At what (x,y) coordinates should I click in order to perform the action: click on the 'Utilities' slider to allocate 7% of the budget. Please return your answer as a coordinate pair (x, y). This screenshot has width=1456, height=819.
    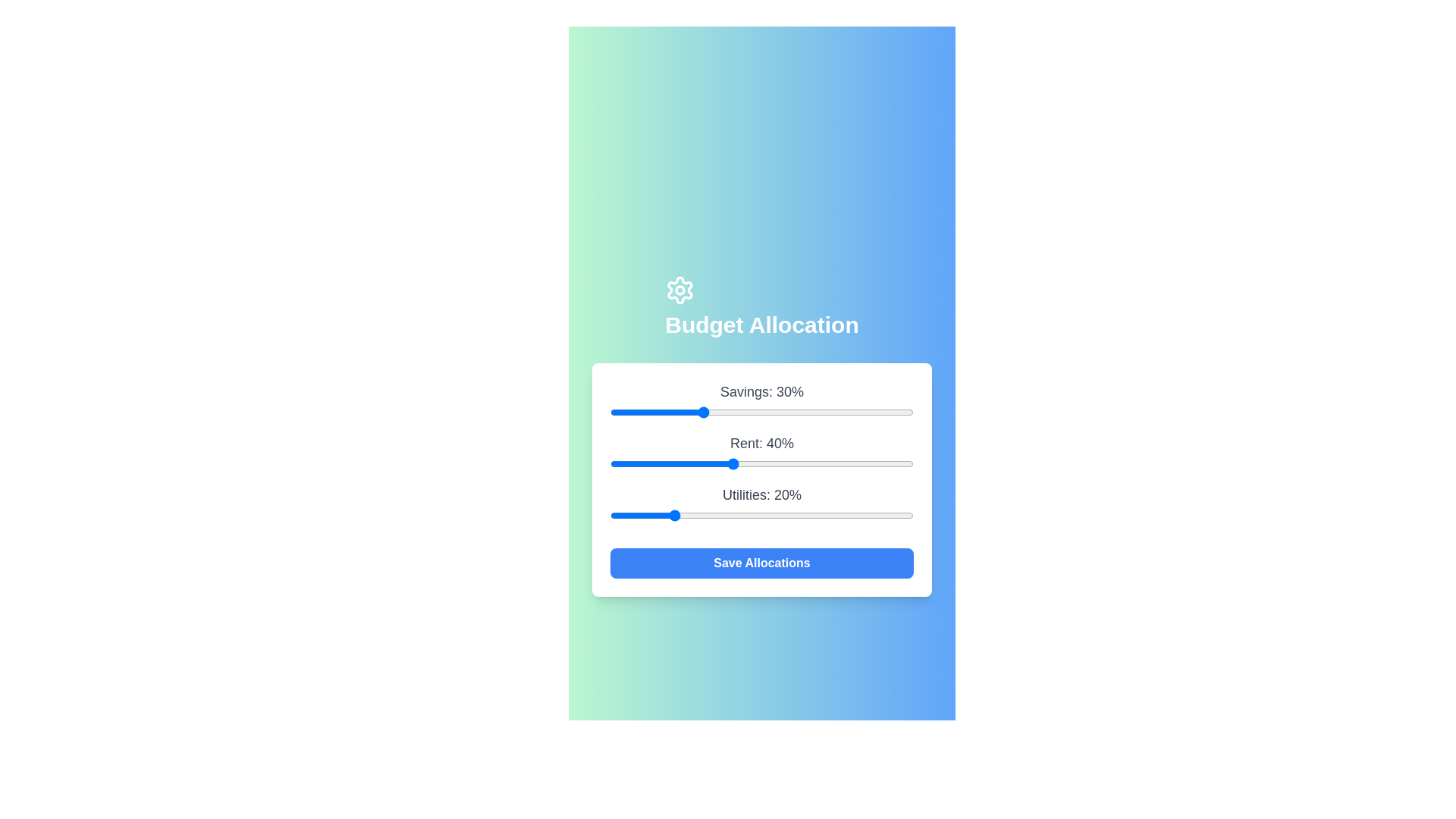
    Looking at the image, I should click on (632, 514).